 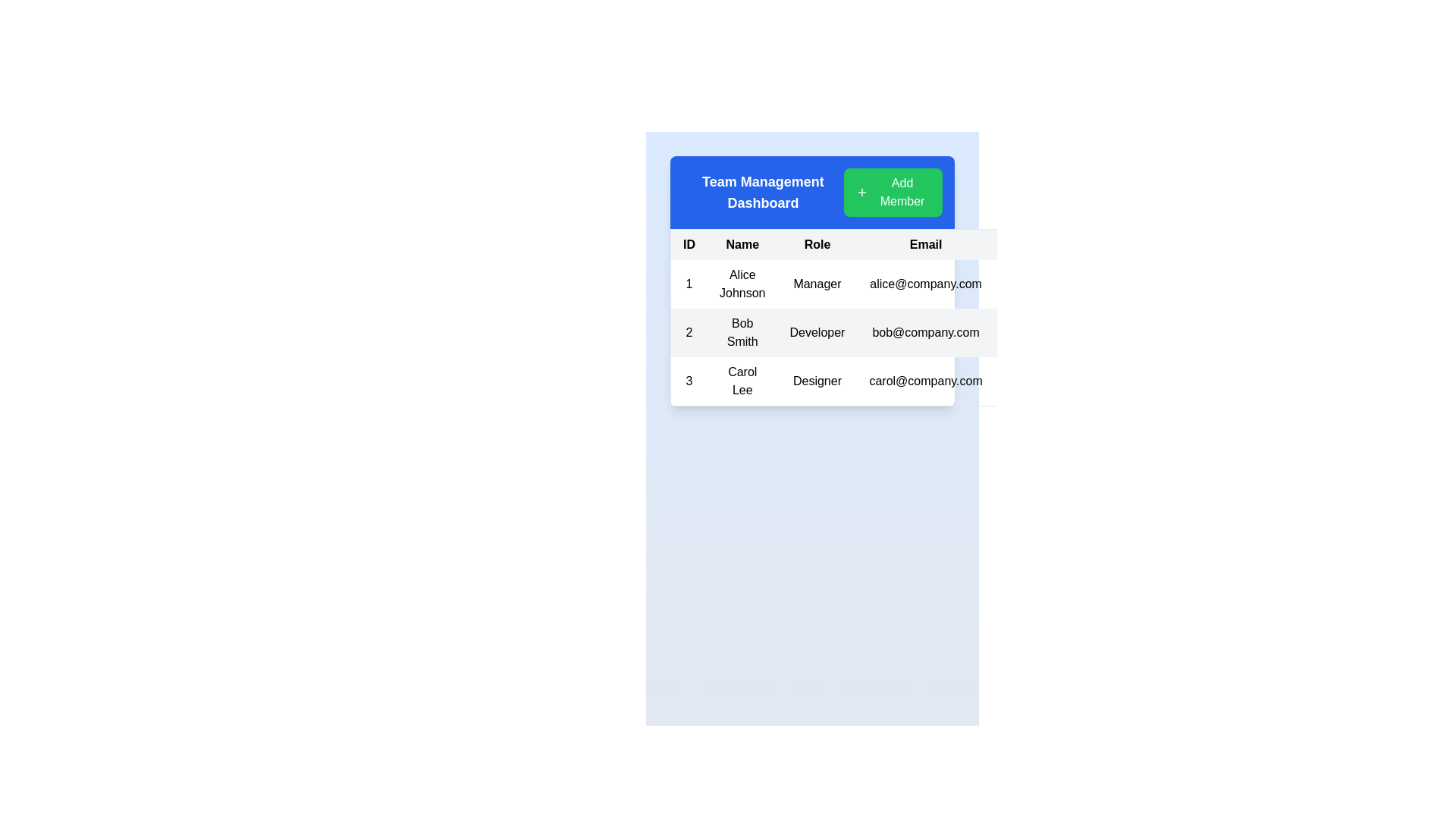 I want to click on the text label displaying the word 'Designer' located in the third row and third column of the table, which corresponds to the 'Role' column for 'Carol Lee', if it is interactive in another context, so click(x=816, y=381).